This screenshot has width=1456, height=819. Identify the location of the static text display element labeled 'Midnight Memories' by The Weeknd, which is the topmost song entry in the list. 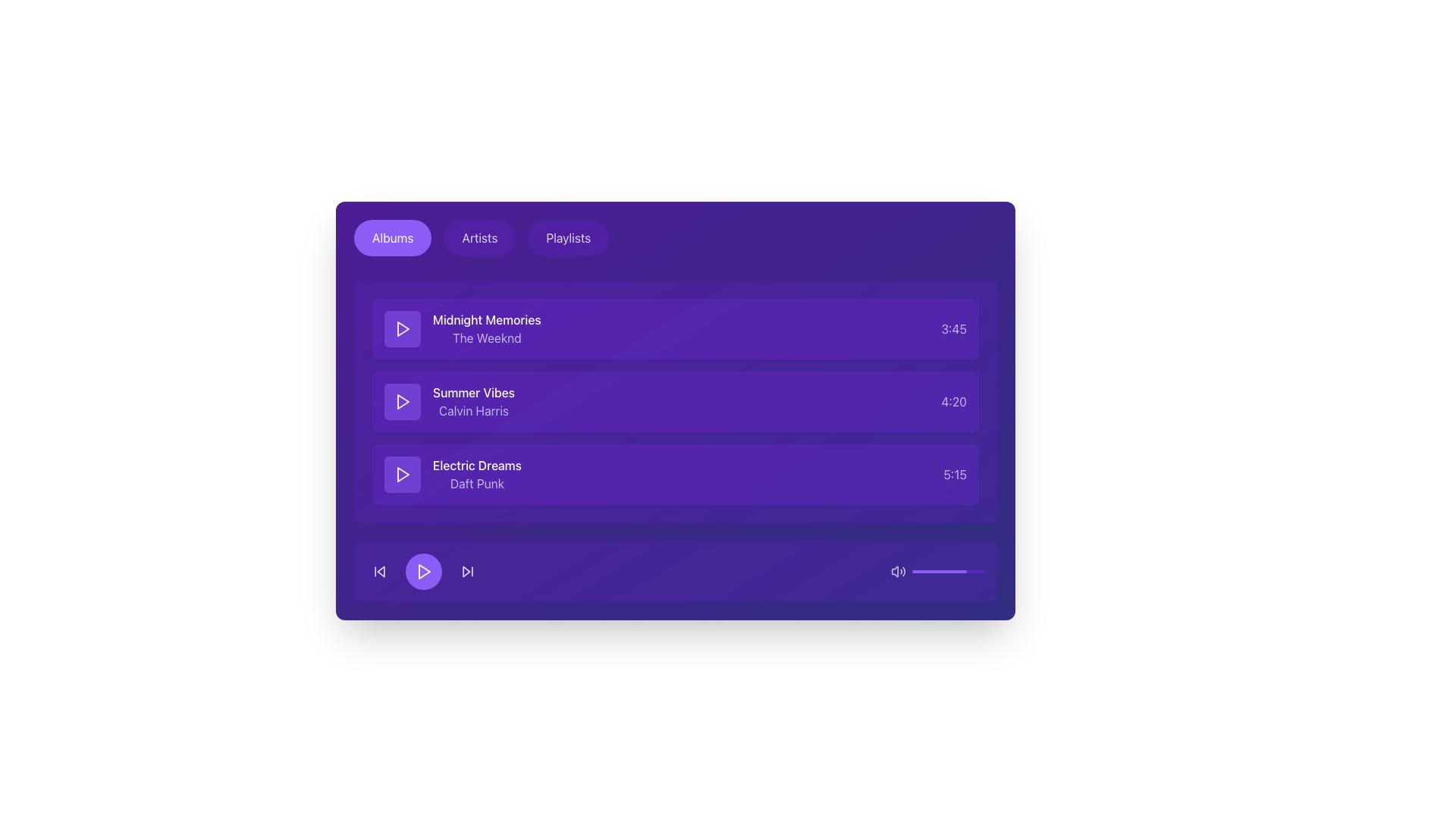
(487, 328).